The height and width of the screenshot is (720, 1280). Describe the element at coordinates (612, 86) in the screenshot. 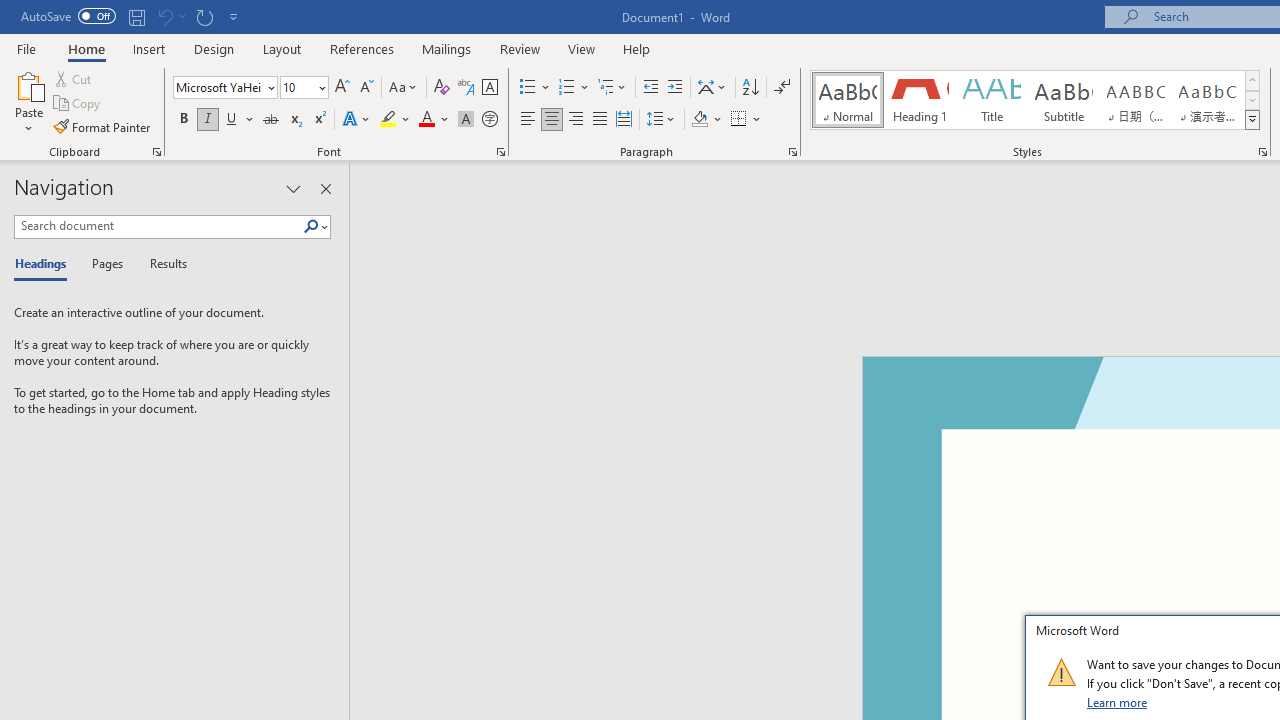

I see `'Multilevel List'` at that location.